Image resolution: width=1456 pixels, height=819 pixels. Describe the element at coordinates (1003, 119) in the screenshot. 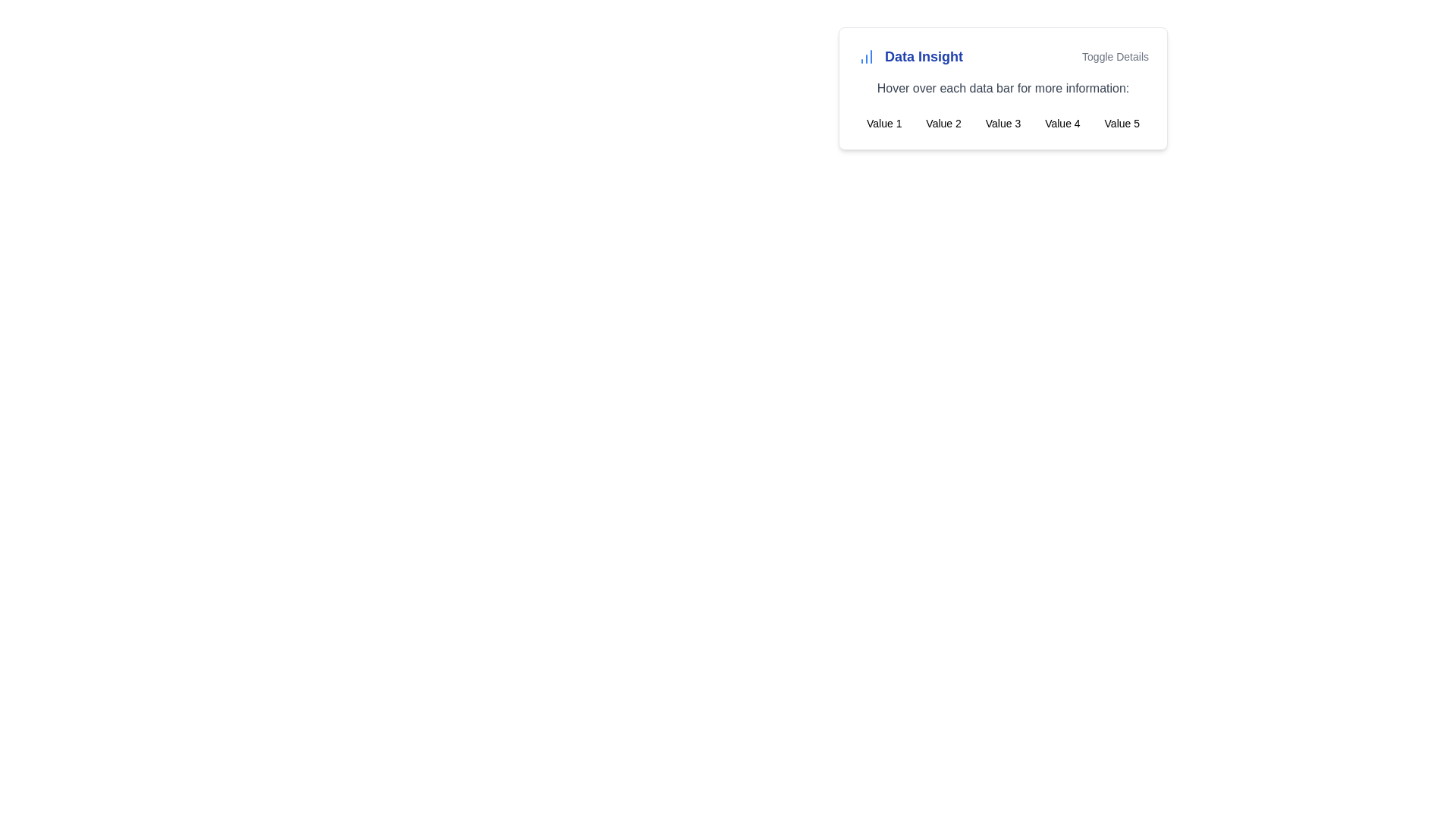

I see `the text label element that serves as a title for its associated data, located between 'Value 2' and 'Value 4' in a grid of five elements` at that location.